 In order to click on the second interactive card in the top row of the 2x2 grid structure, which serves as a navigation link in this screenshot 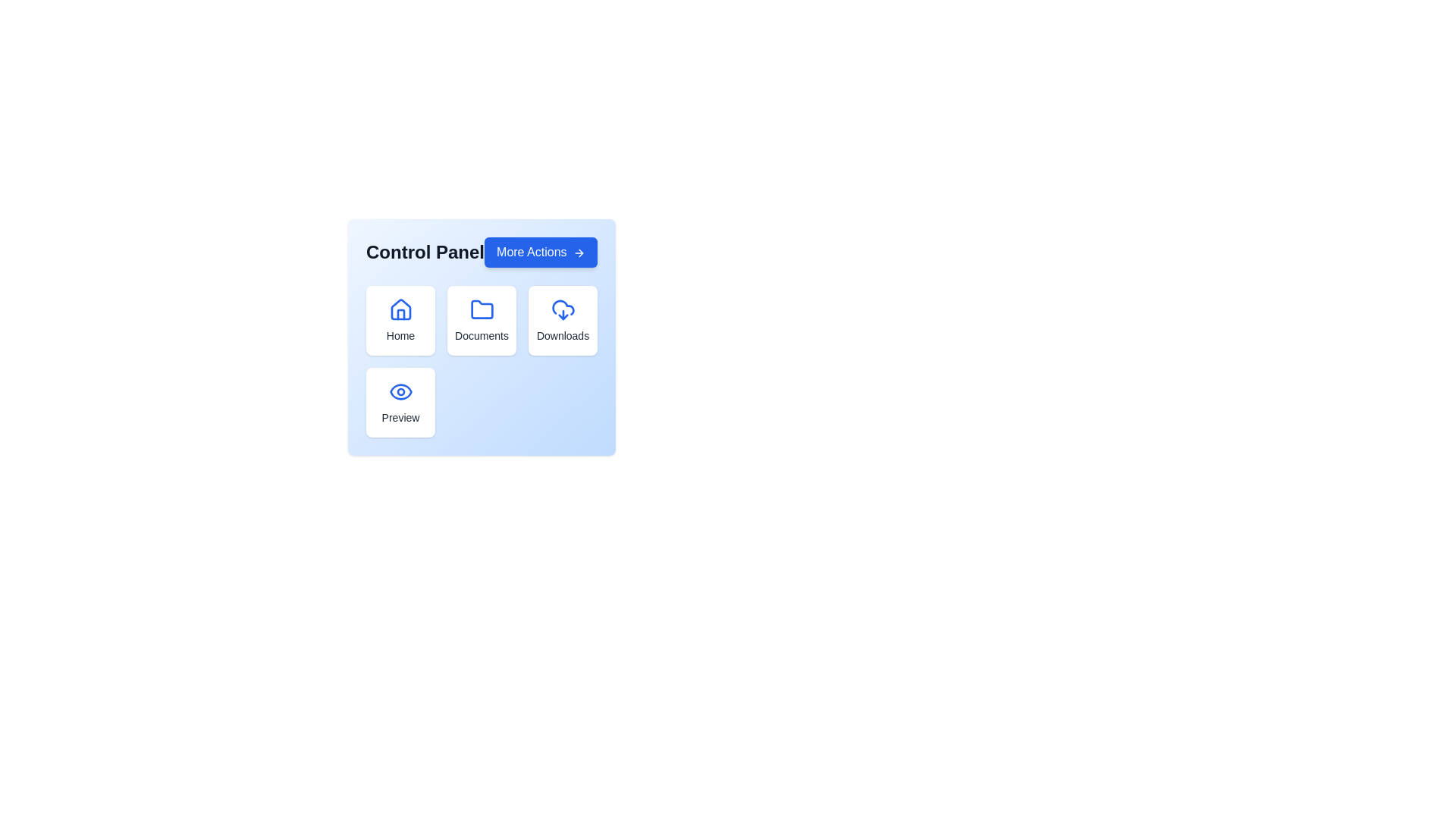, I will do `click(481, 336)`.